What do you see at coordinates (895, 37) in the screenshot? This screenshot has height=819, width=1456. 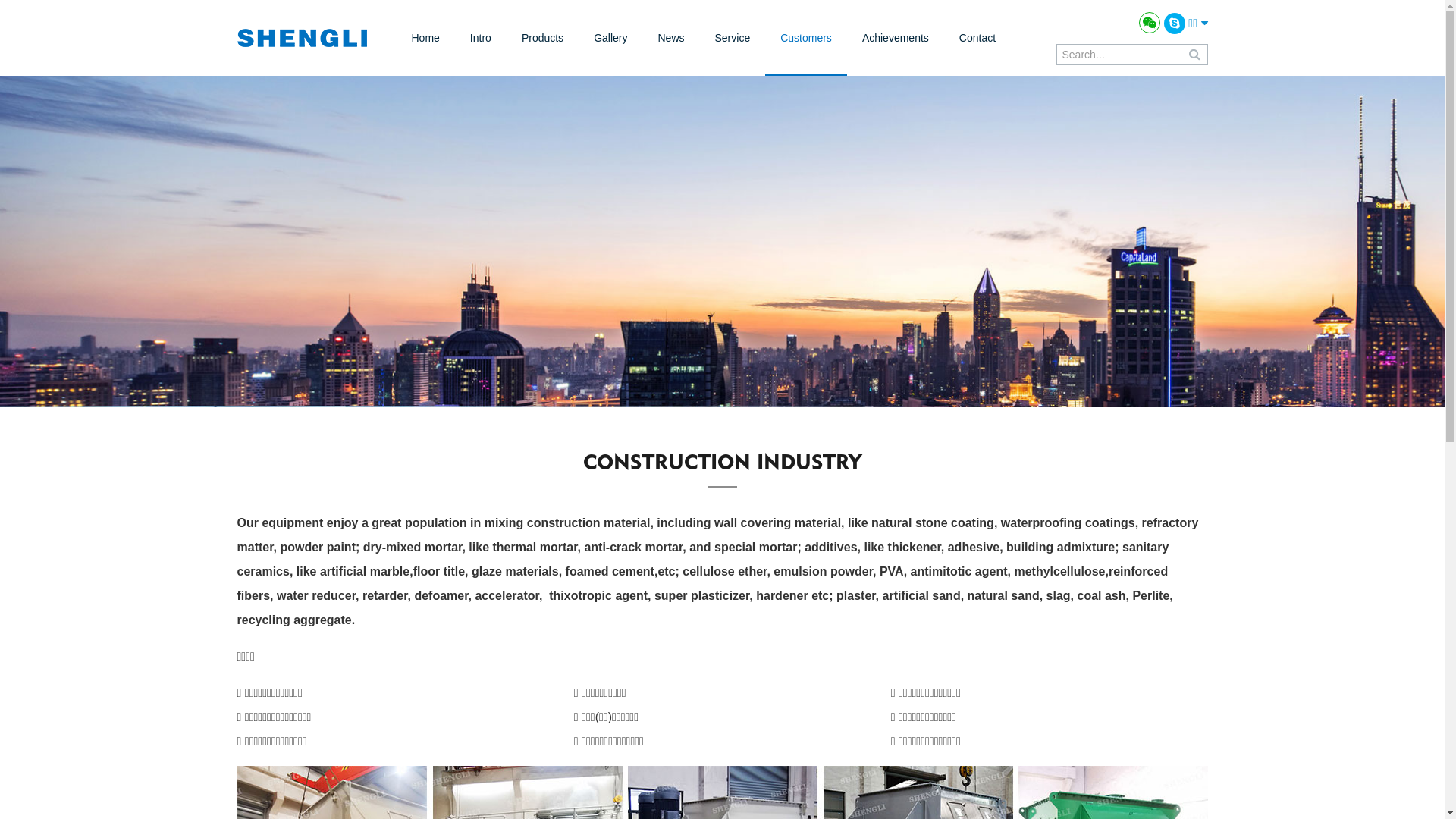 I see `'Achievements'` at bounding box center [895, 37].